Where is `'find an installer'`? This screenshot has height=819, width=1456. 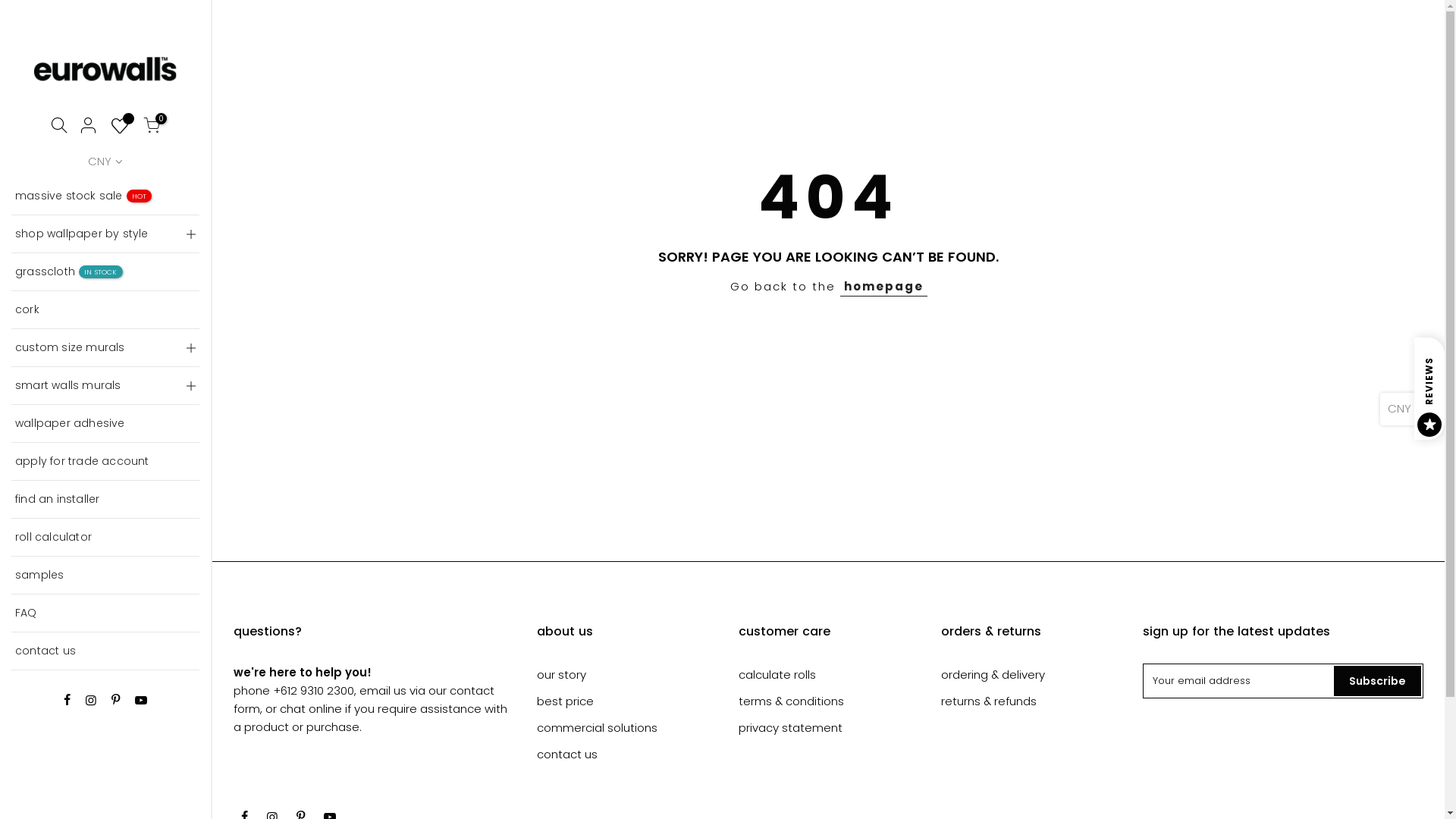
'find an installer' is located at coordinates (105, 500).